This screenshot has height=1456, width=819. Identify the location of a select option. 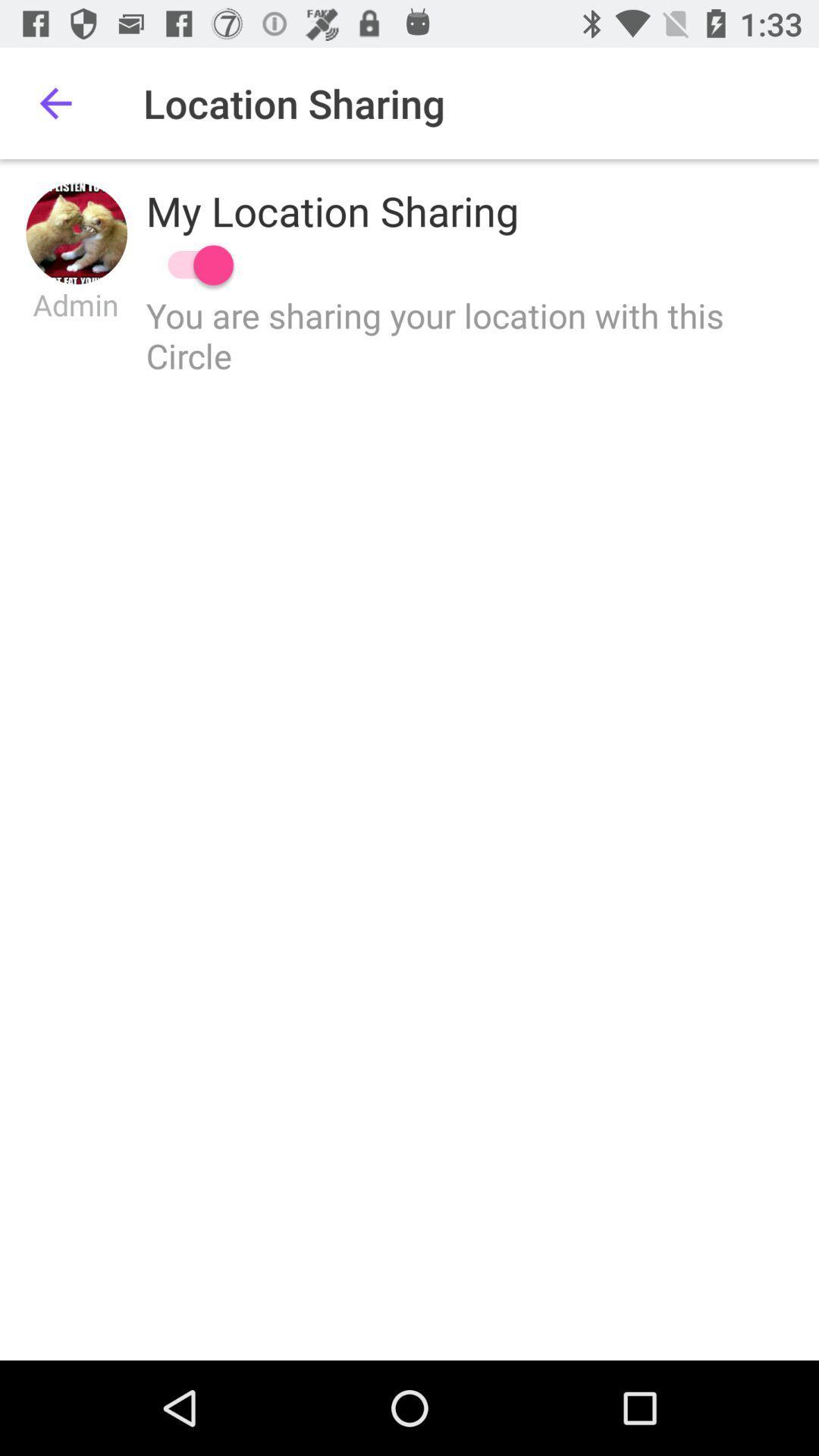
(192, 265).